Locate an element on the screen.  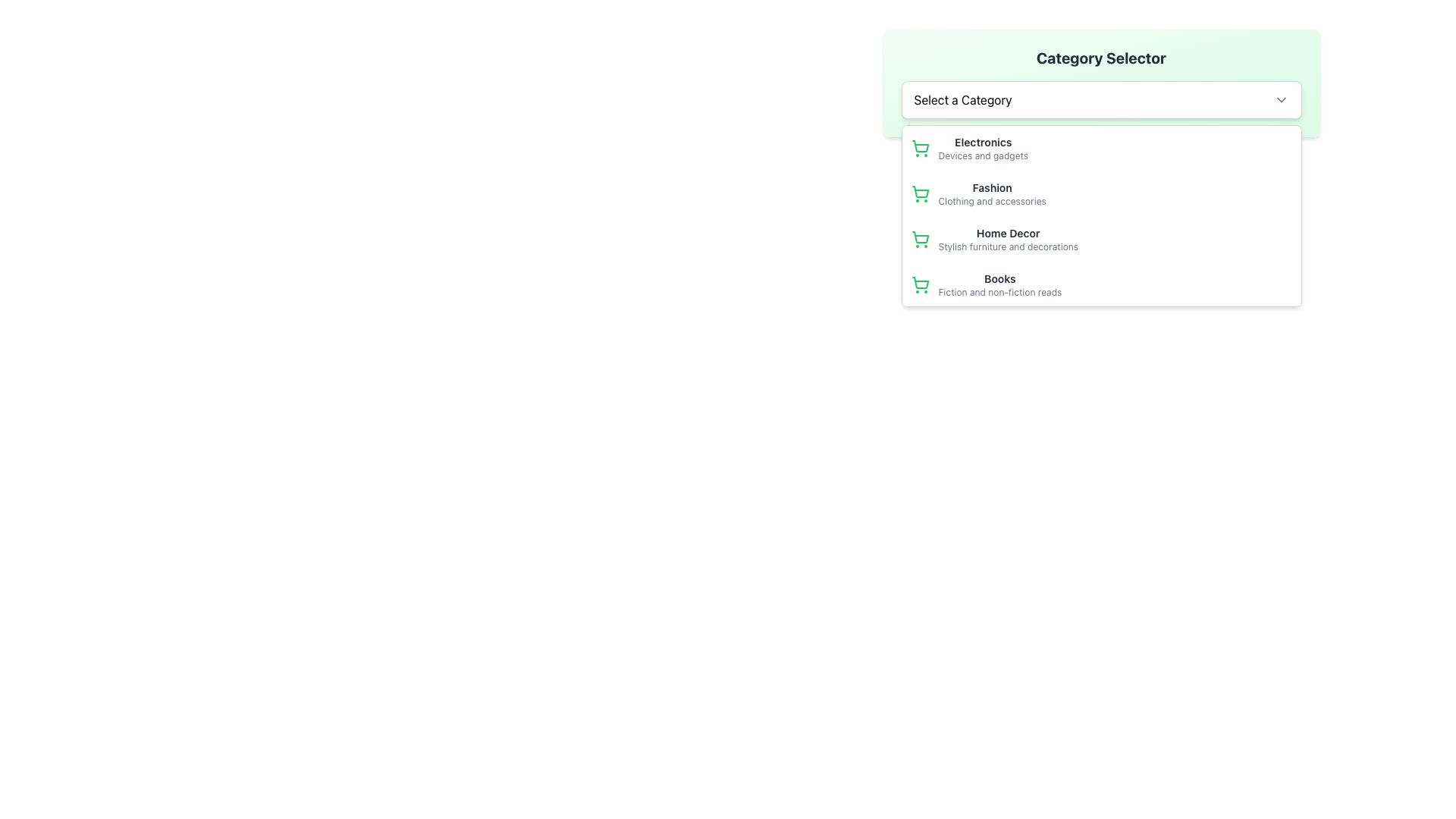
text 'Fiction and non-fiction reads' displayed in gray color below the bold title 'Books' in the dropdown menu under 'Select a Category' is located at coordinates (999, 292).